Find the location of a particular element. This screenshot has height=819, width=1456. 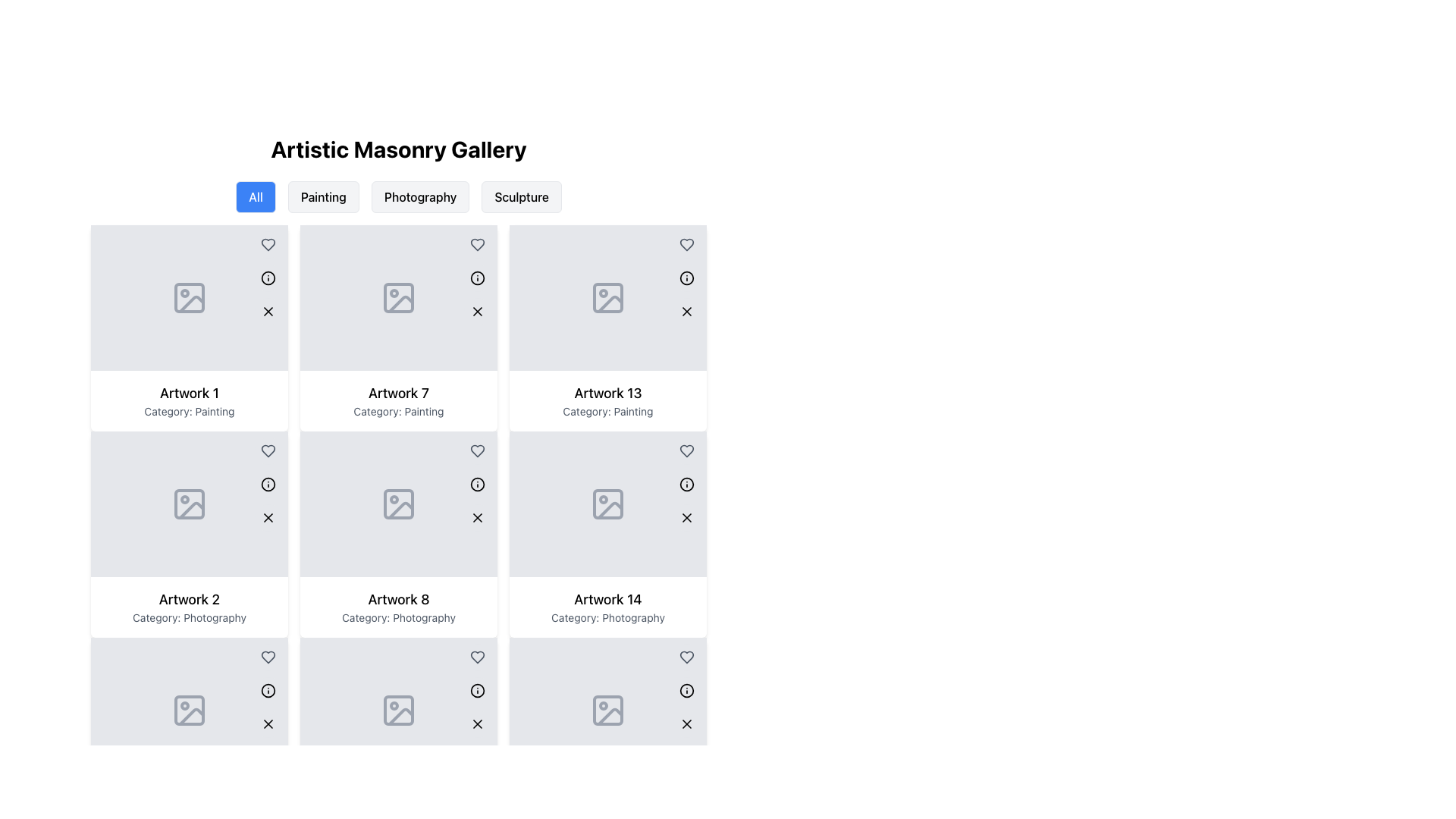

the informational icon located at the top-right corner of the 'Artwork 7' tile in the gallery grid is located at coordinates (476, 278).